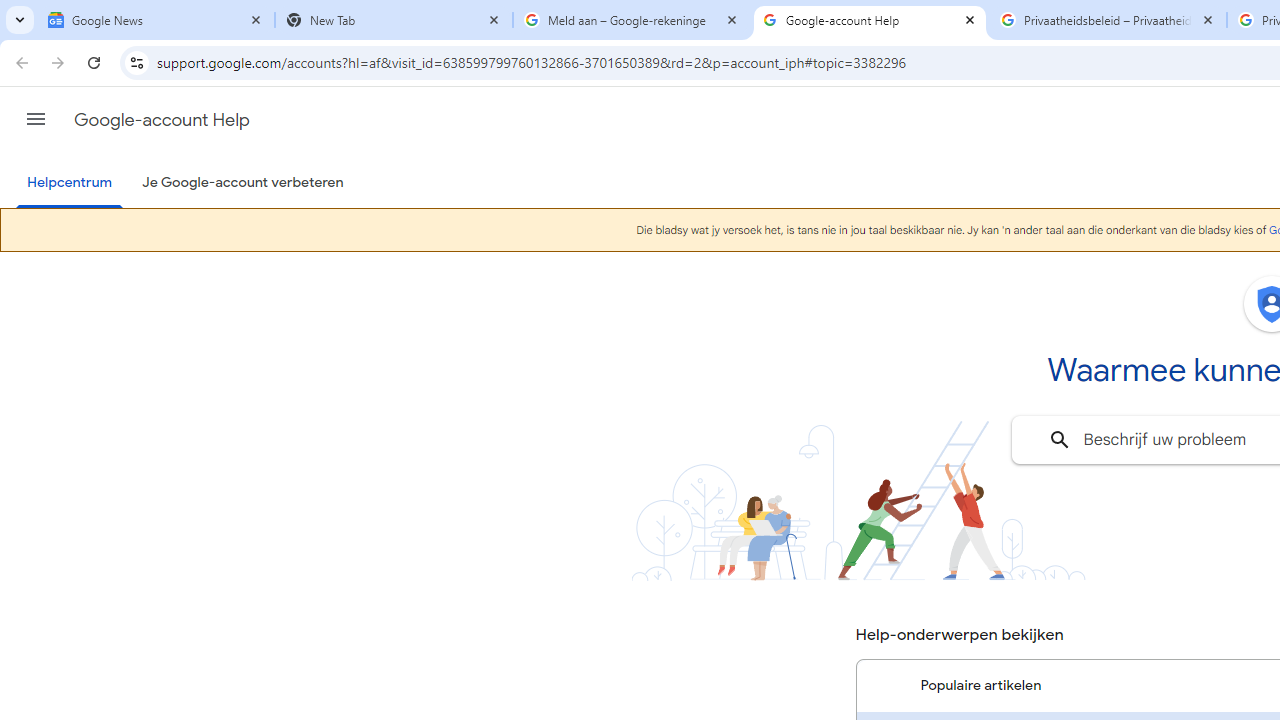  I want to click on 'Hoofdmenu', so click(35, 119).